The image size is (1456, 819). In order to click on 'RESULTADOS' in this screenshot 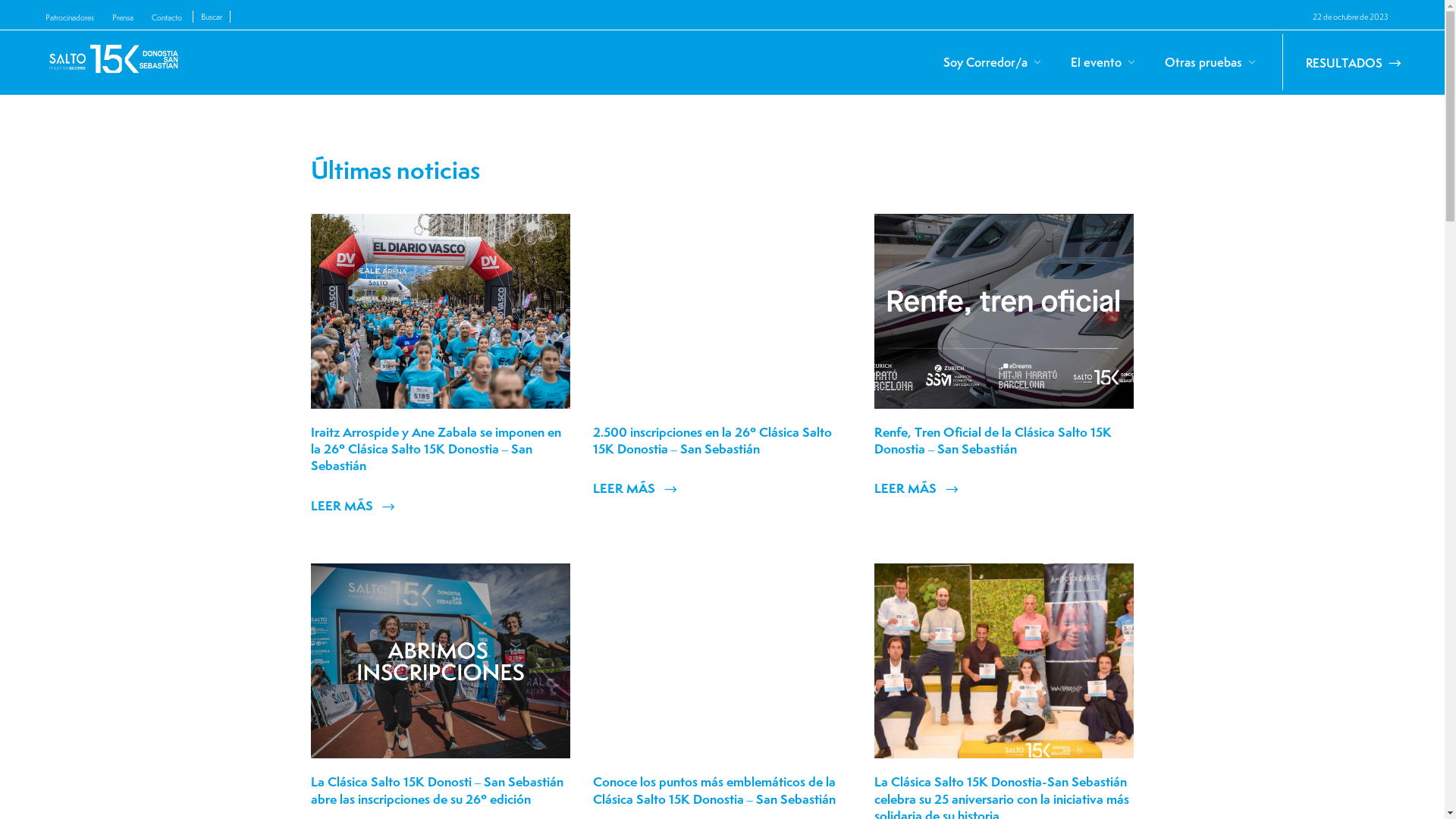, I will do `click(1281, 61)`.